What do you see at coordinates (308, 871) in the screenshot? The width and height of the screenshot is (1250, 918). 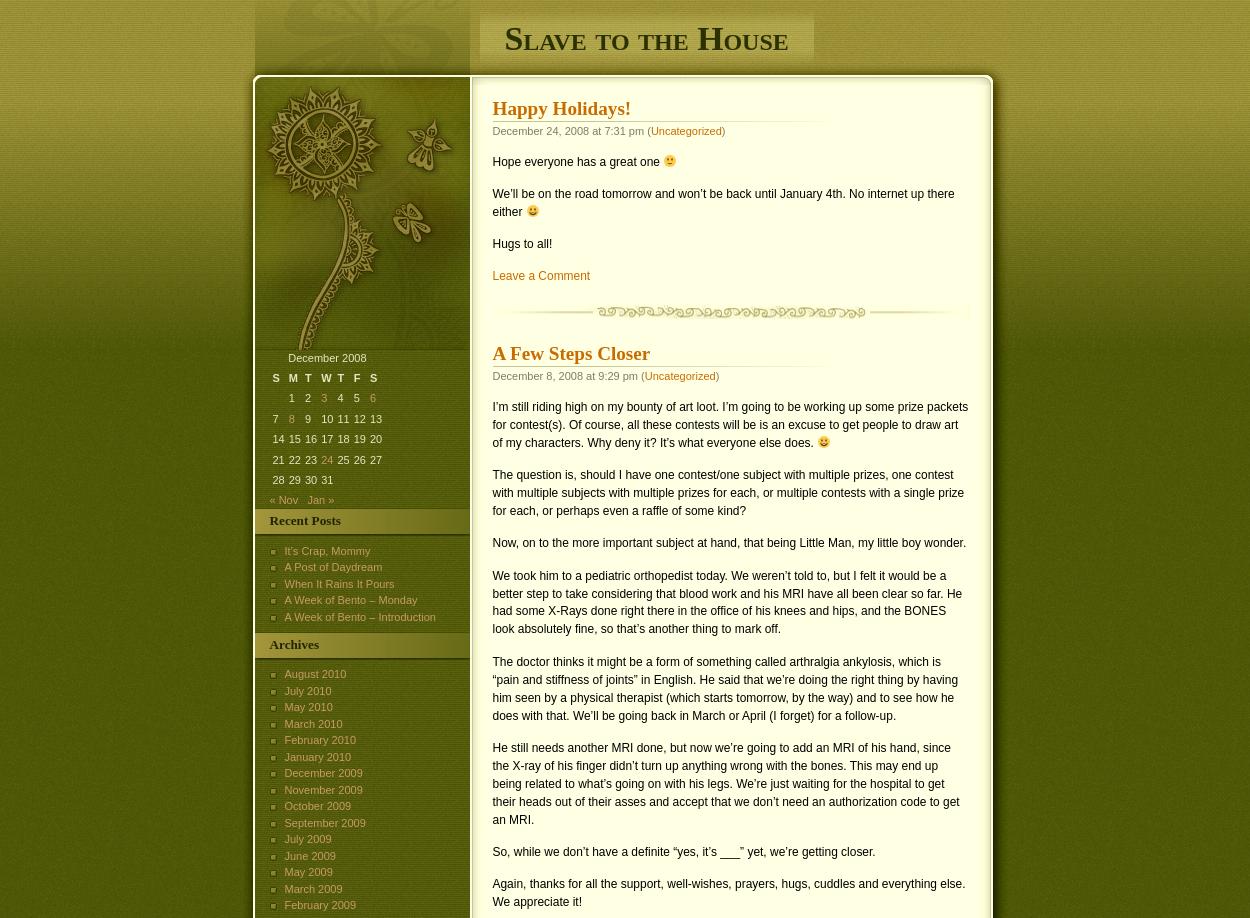 I see `'May 2009'` at bounding box center [308, 871].